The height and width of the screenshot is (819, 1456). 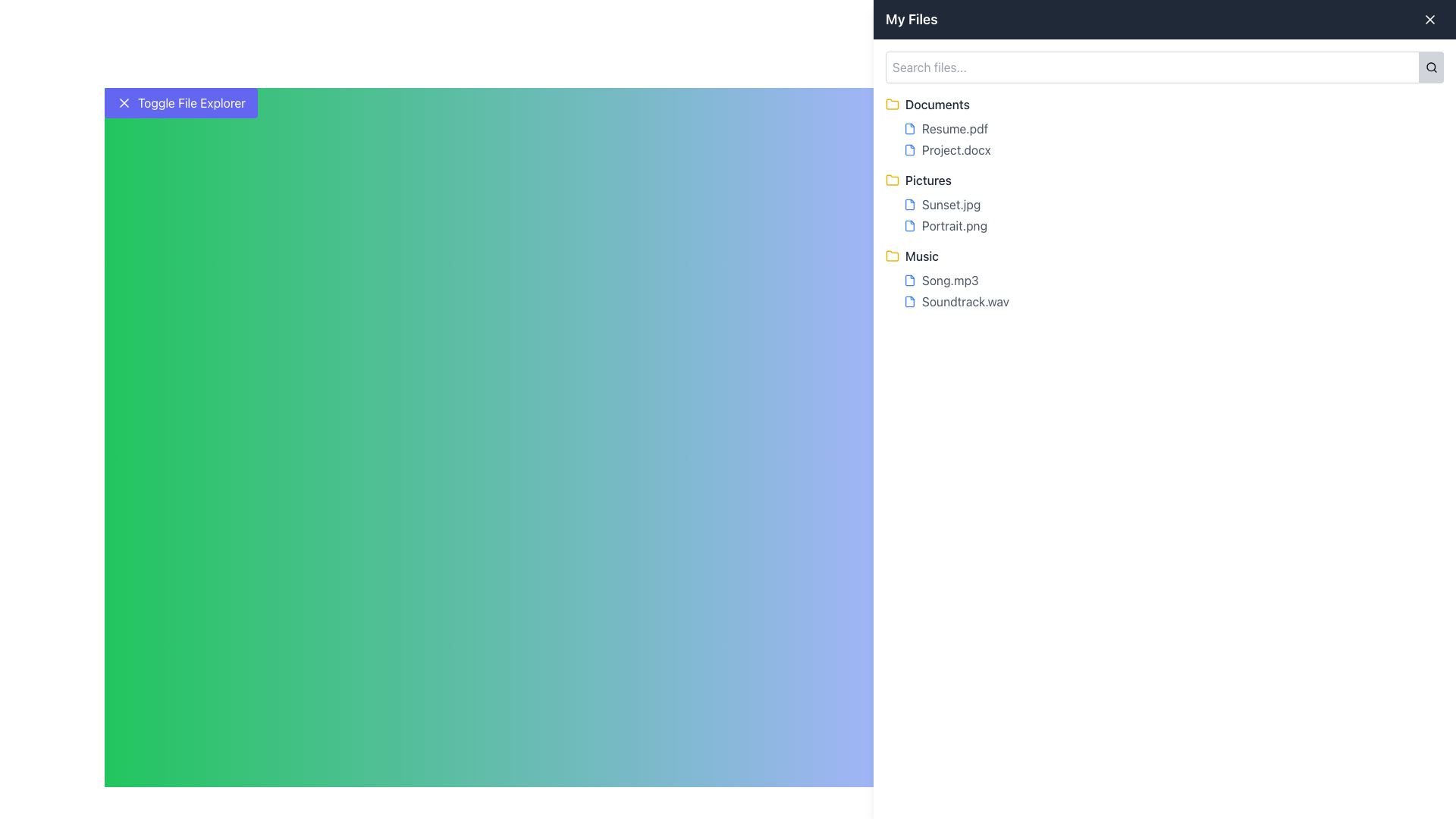 What do you see at coordinates (910, 149) in the screenshot?
I see `the blue file icon representing 'Project.docx' located in the 'My Files' section under 'Documents'` at bounding box center [910, 149].